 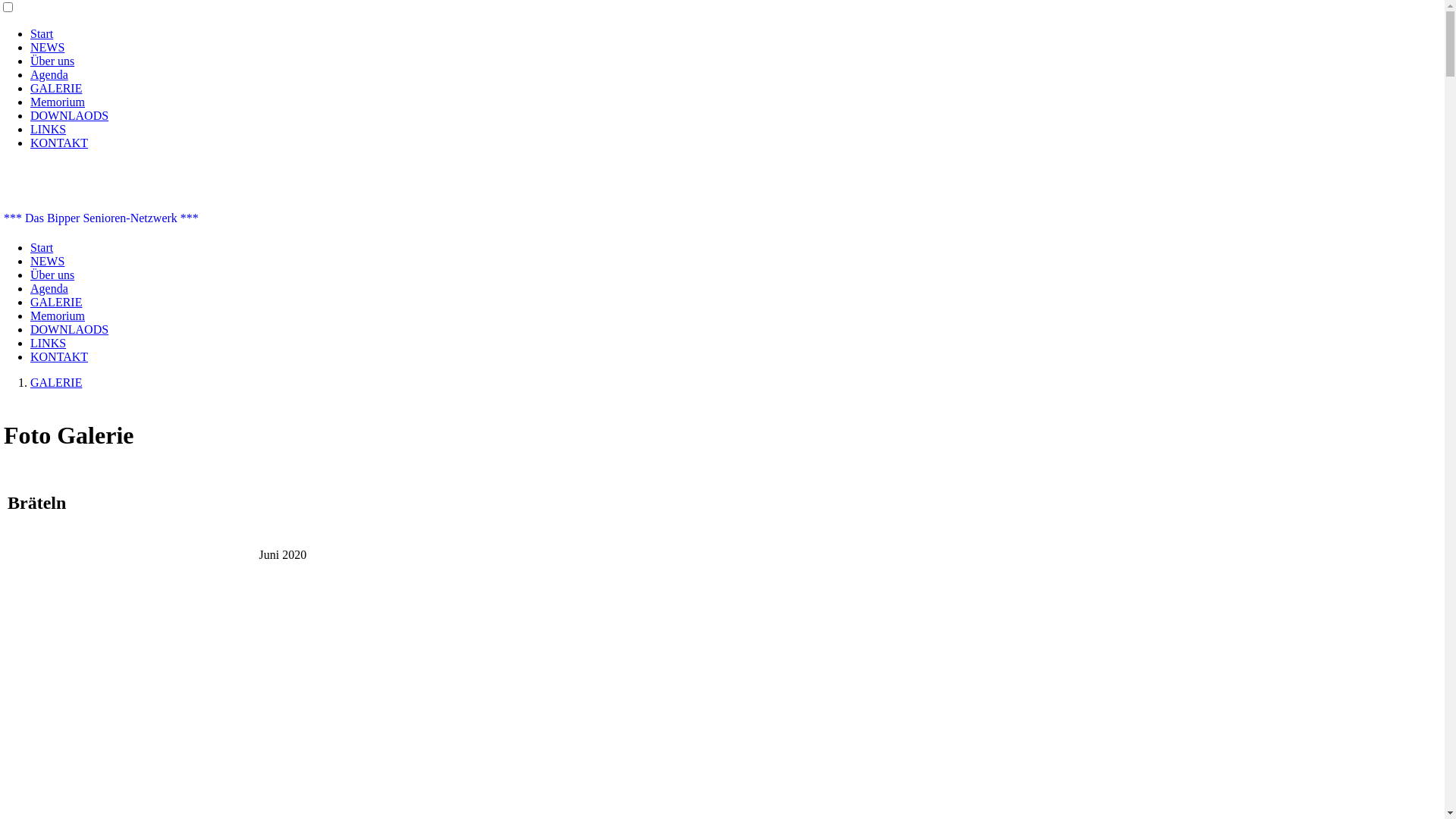 I want to click on 'GALERIE', so click(x=30, y=88).